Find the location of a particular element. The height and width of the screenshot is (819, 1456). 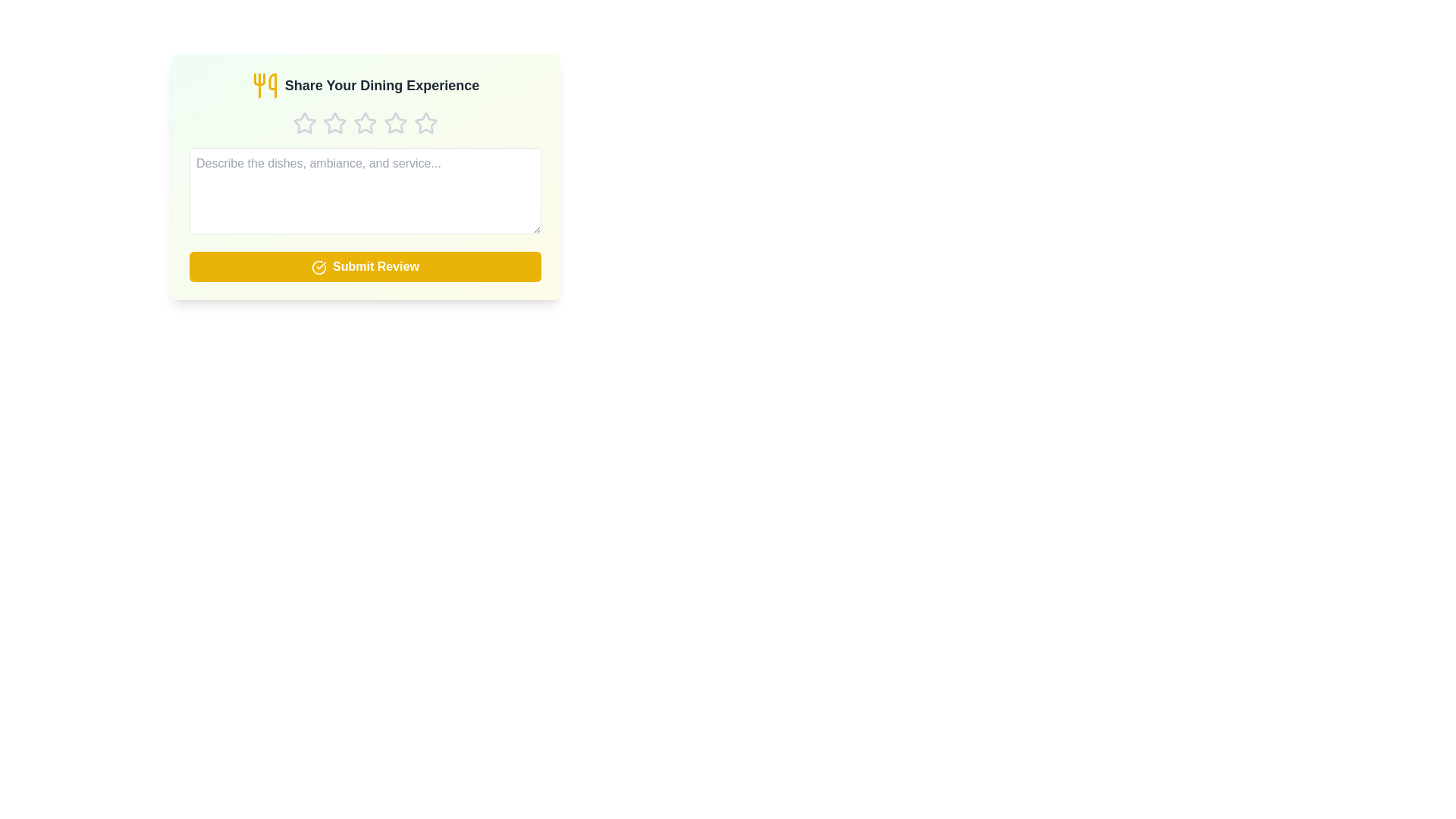

'Submit Review' button to submit the review is located at coordinates (365, 265).